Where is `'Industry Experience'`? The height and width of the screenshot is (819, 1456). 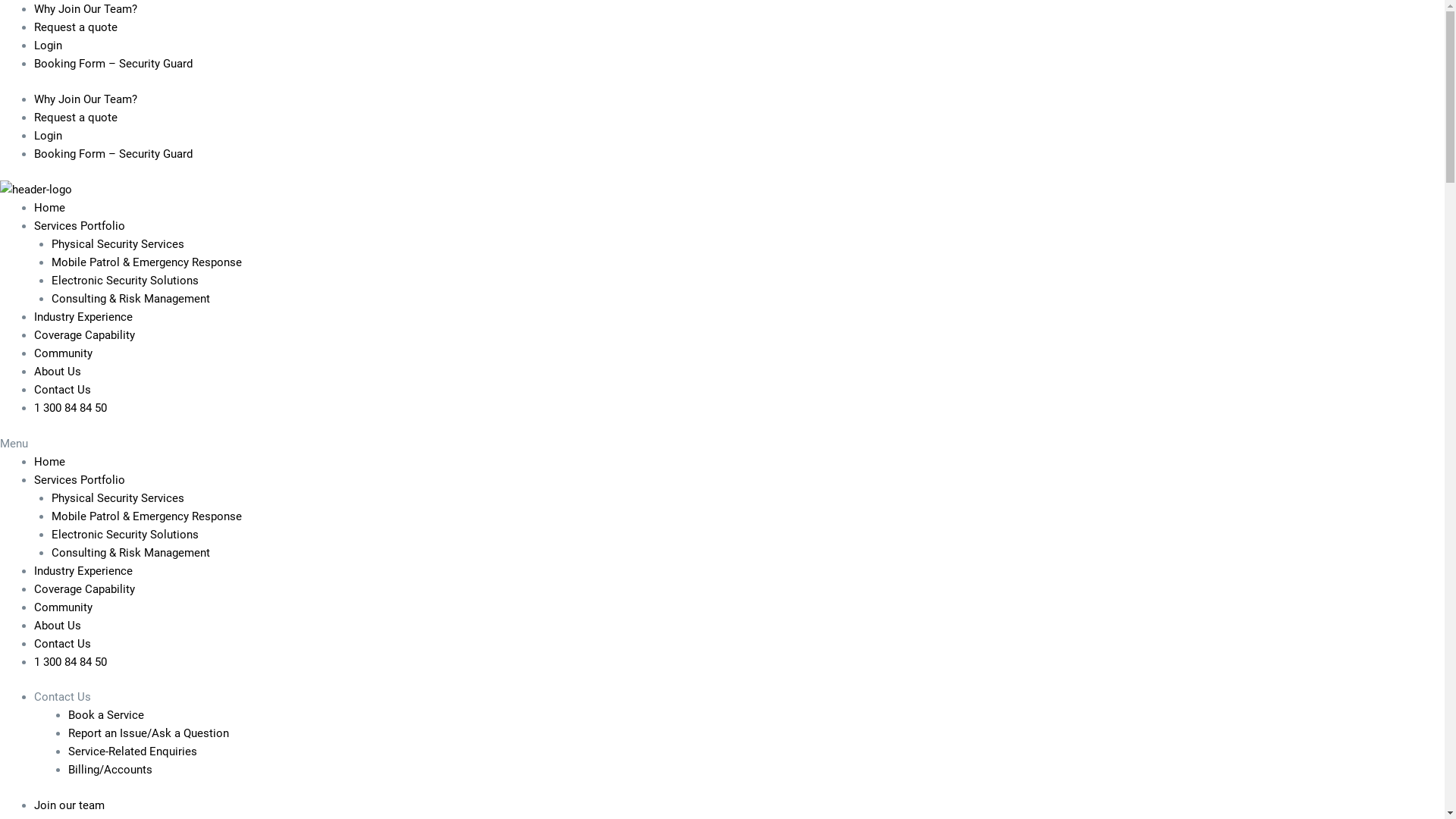 'Industry Experience' is located at coordinates (83, 570).